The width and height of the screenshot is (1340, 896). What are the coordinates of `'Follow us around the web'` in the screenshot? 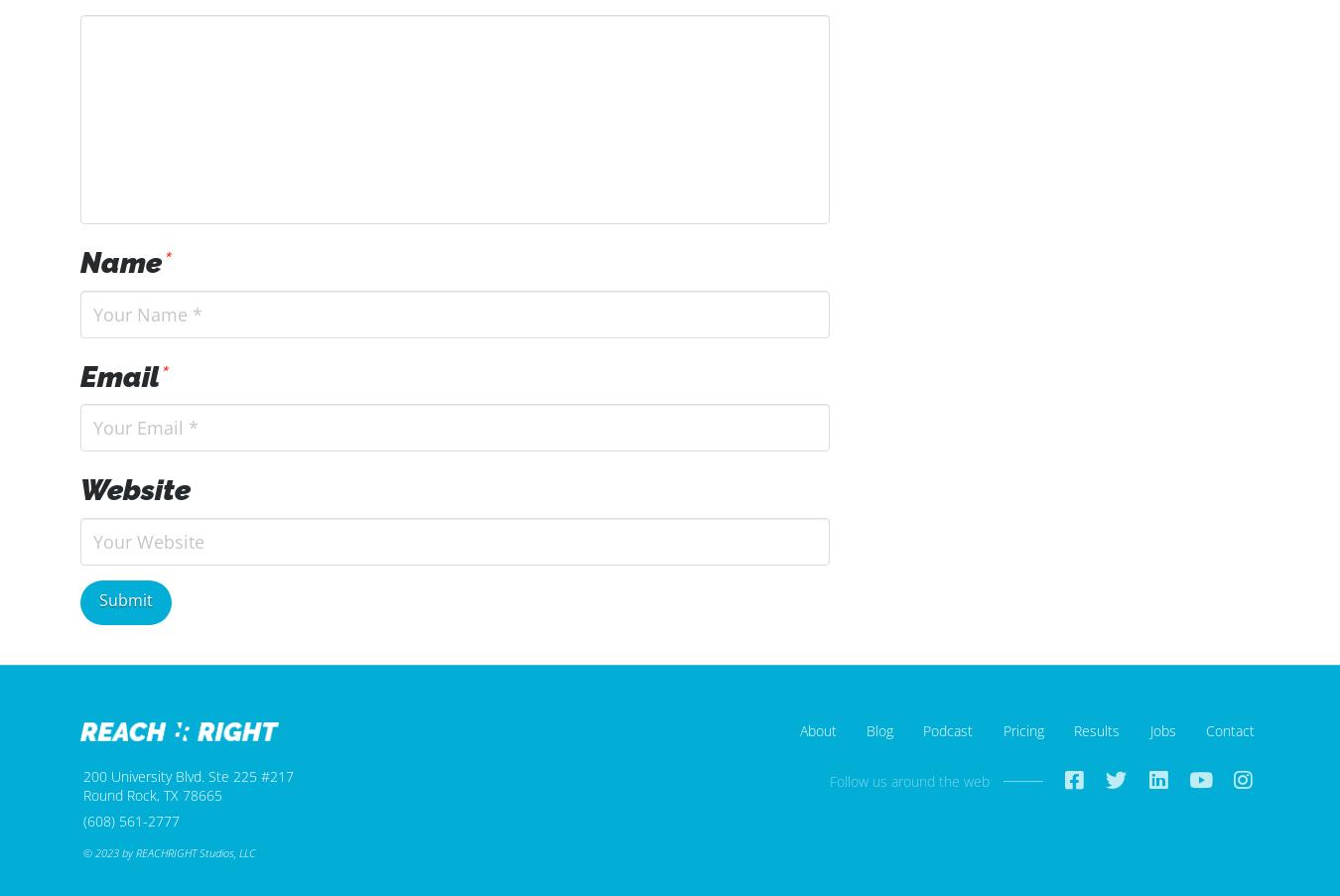 It's located at (908, 779).